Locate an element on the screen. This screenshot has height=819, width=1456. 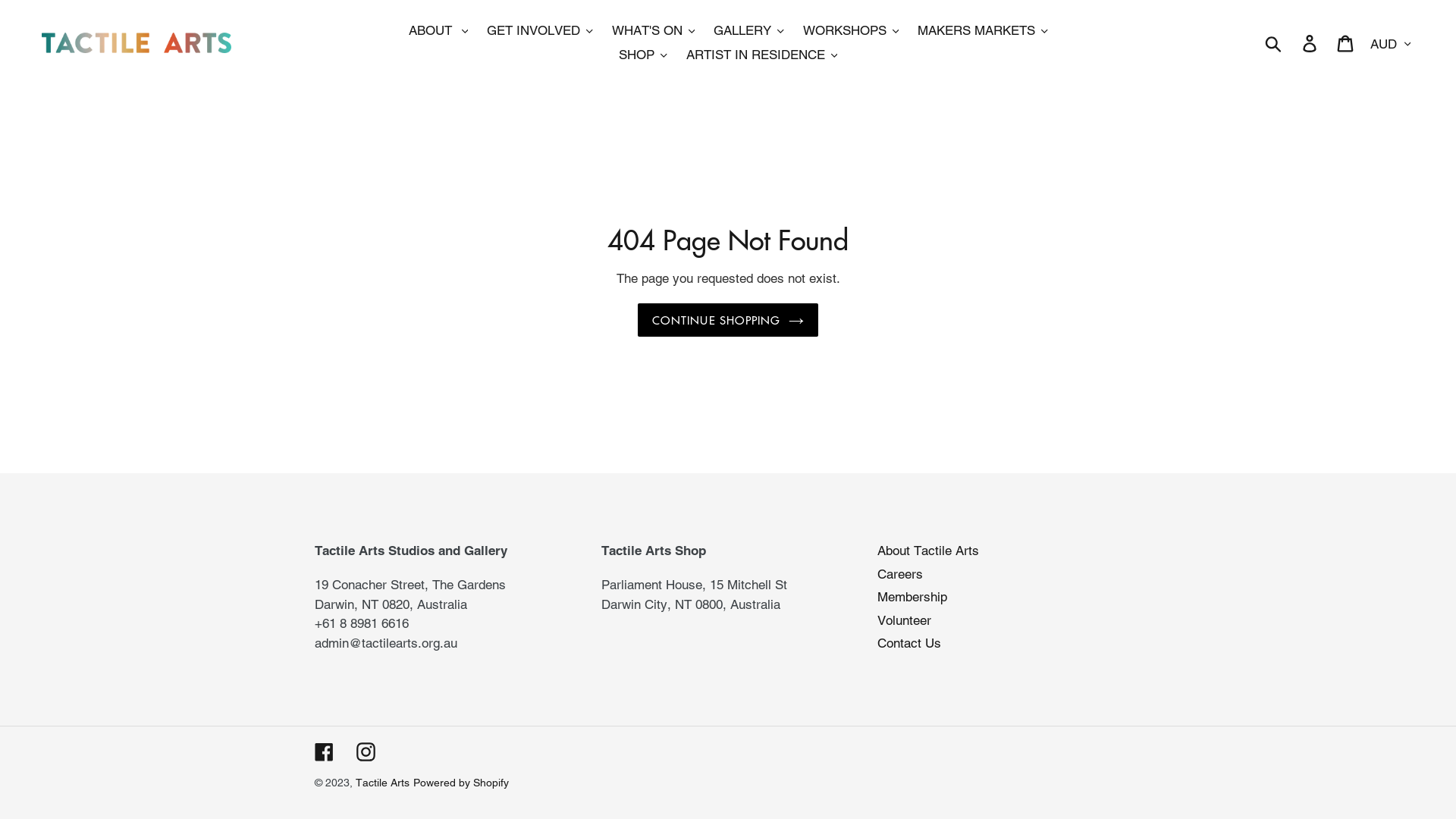
'CONTINUE SHOPPING' is located at coordinates (726, 319).